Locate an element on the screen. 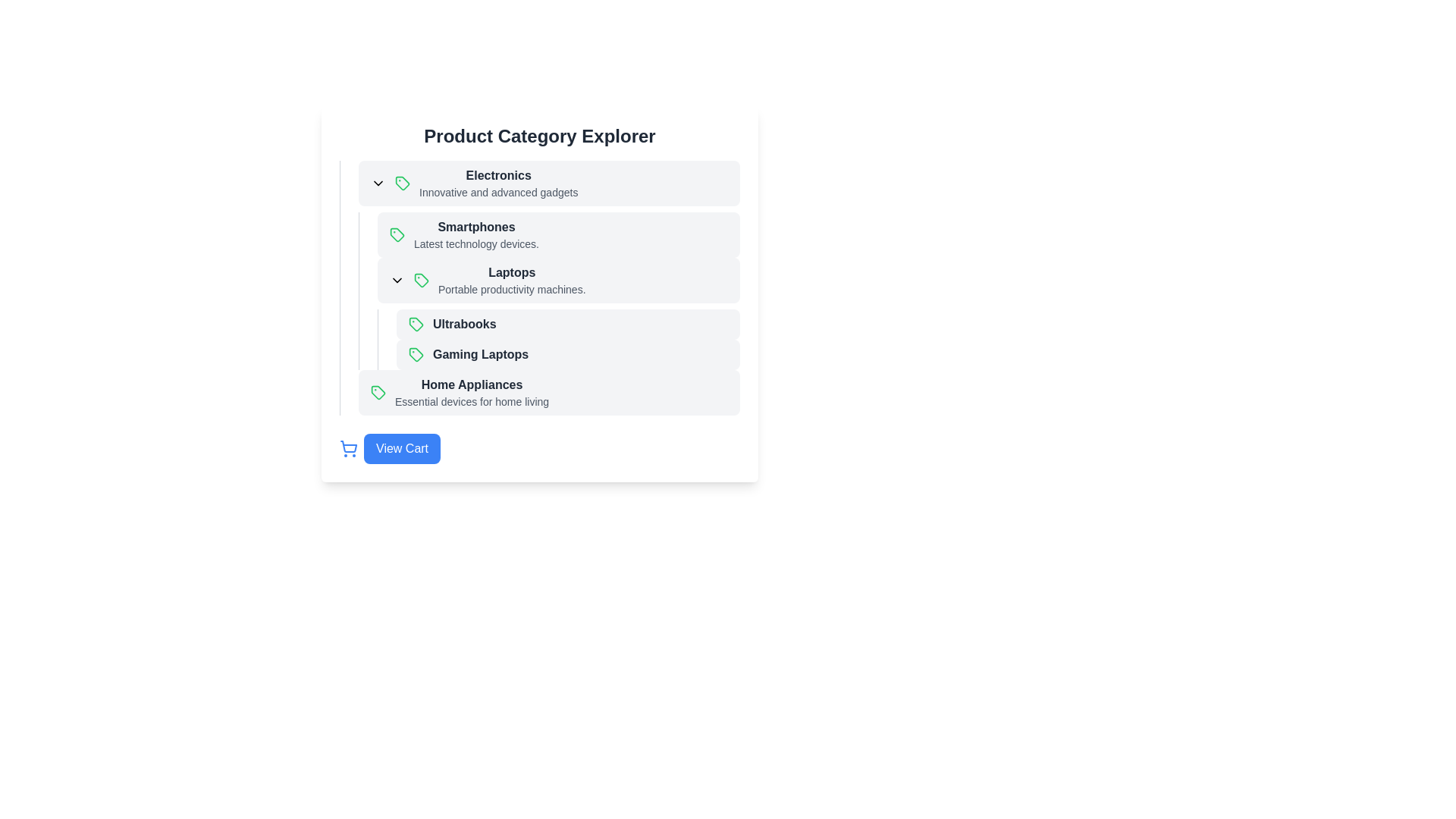 This screenshot has width=1456, height=819. the 'Electronics' text label with structured content in the Product Category Explorer is located at coordinates (498, 183).